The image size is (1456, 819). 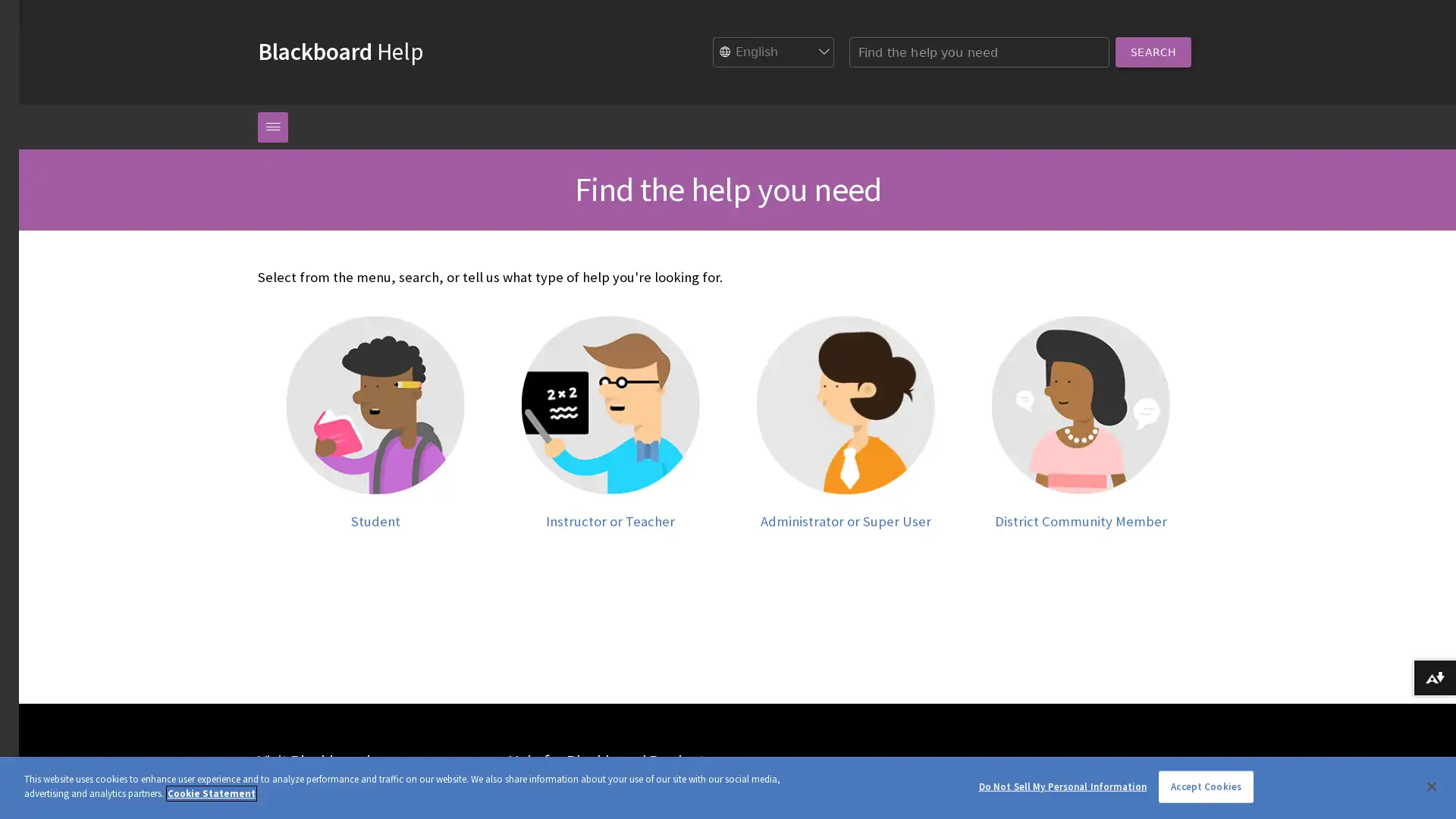 What do you see at coordinates (1153, 51) in the screenshot?
I see `SEARCH` at bounding box center [1153, 51].